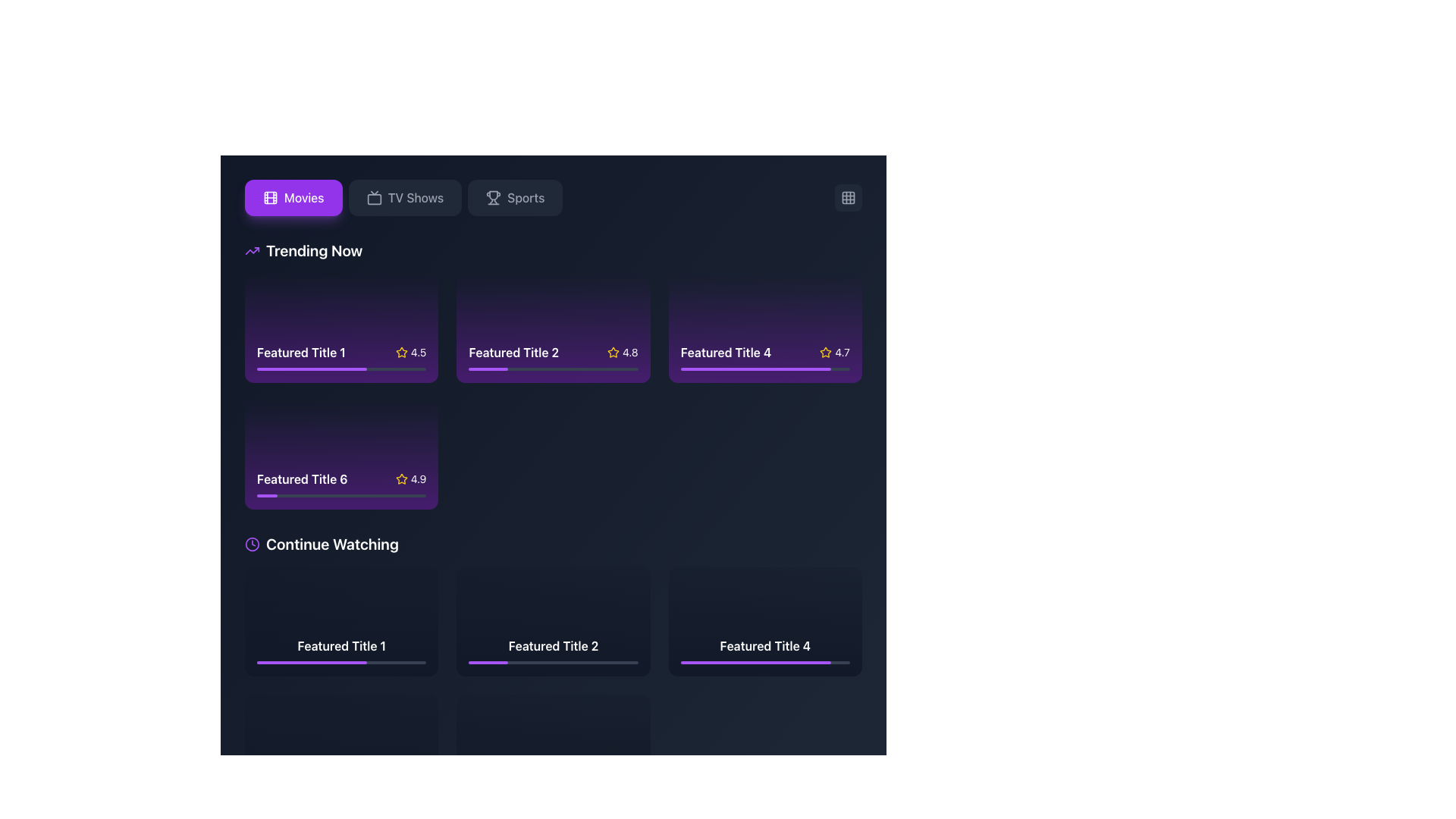  I want to click on the progress bar located near the bottom of the card labeled 'Featured Title 2' in the 'Continue Watching' section, which is the second card in a horizontal list of similar elements, so click(552, 661).